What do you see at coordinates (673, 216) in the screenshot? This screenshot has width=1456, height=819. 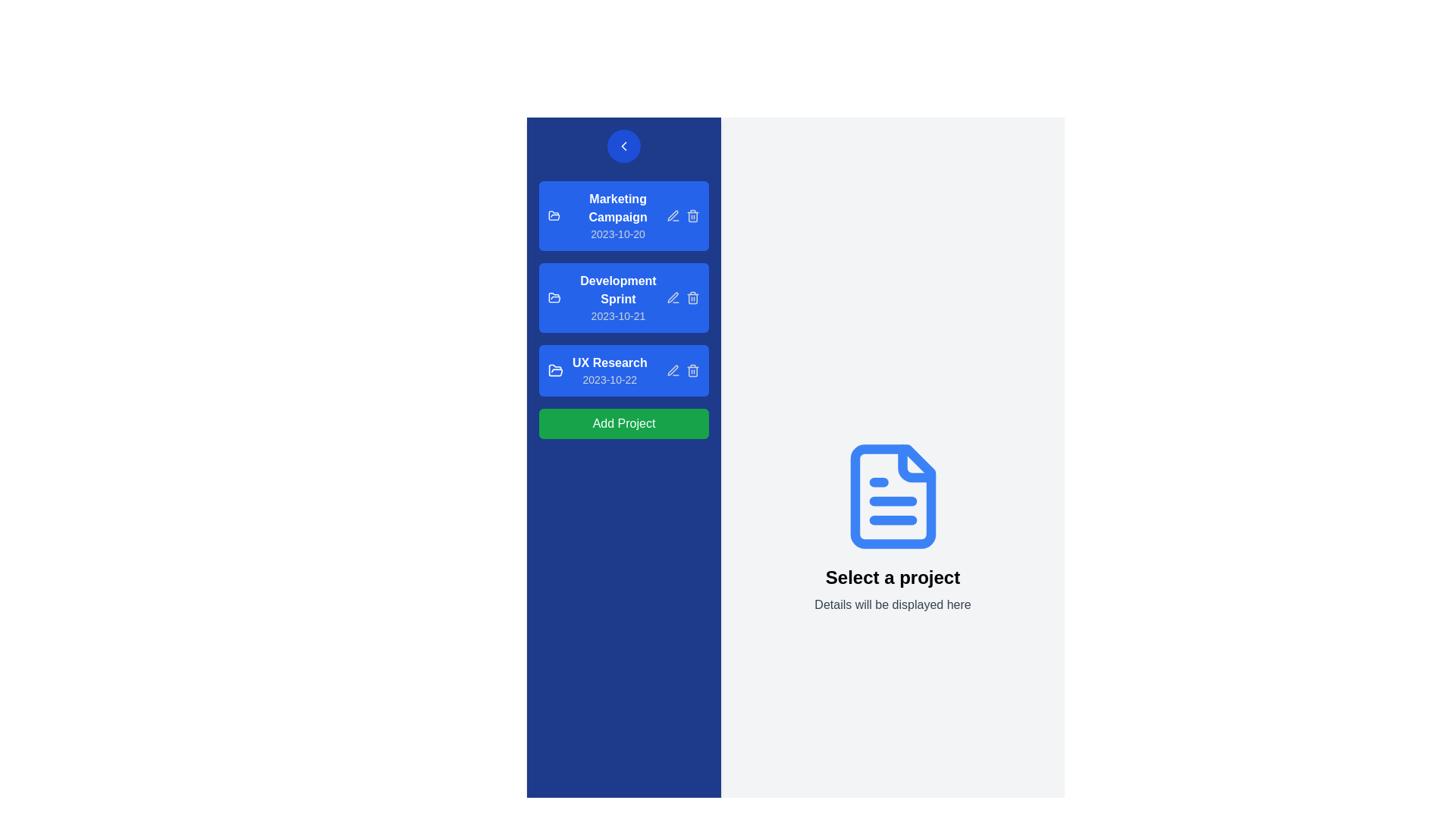 I see `the leftmost icon button representing a pen or edit action located to the right of the 'Marketing Campaign' section` at bounding box center [673, 216].